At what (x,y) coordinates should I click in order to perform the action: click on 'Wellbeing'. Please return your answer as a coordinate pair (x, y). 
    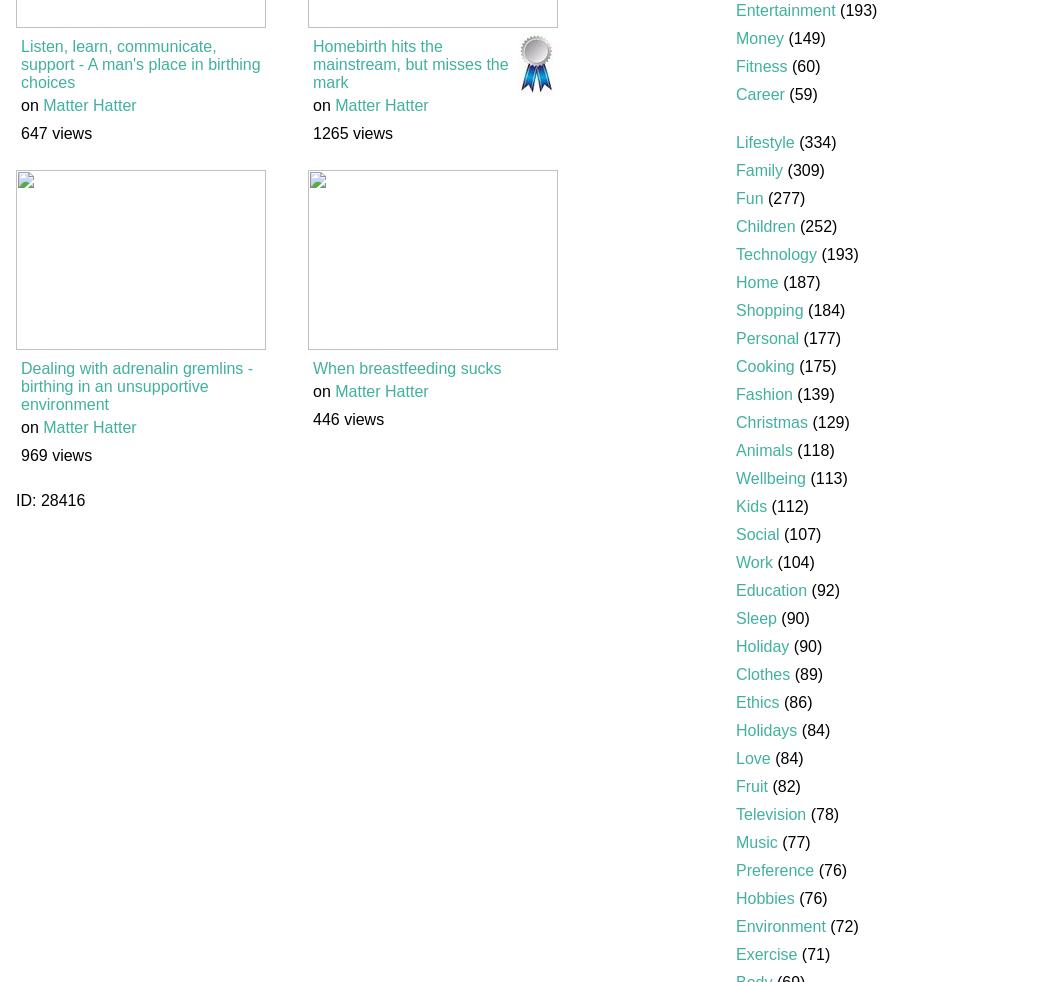
    Looking at the image, I should click on (770, 478).